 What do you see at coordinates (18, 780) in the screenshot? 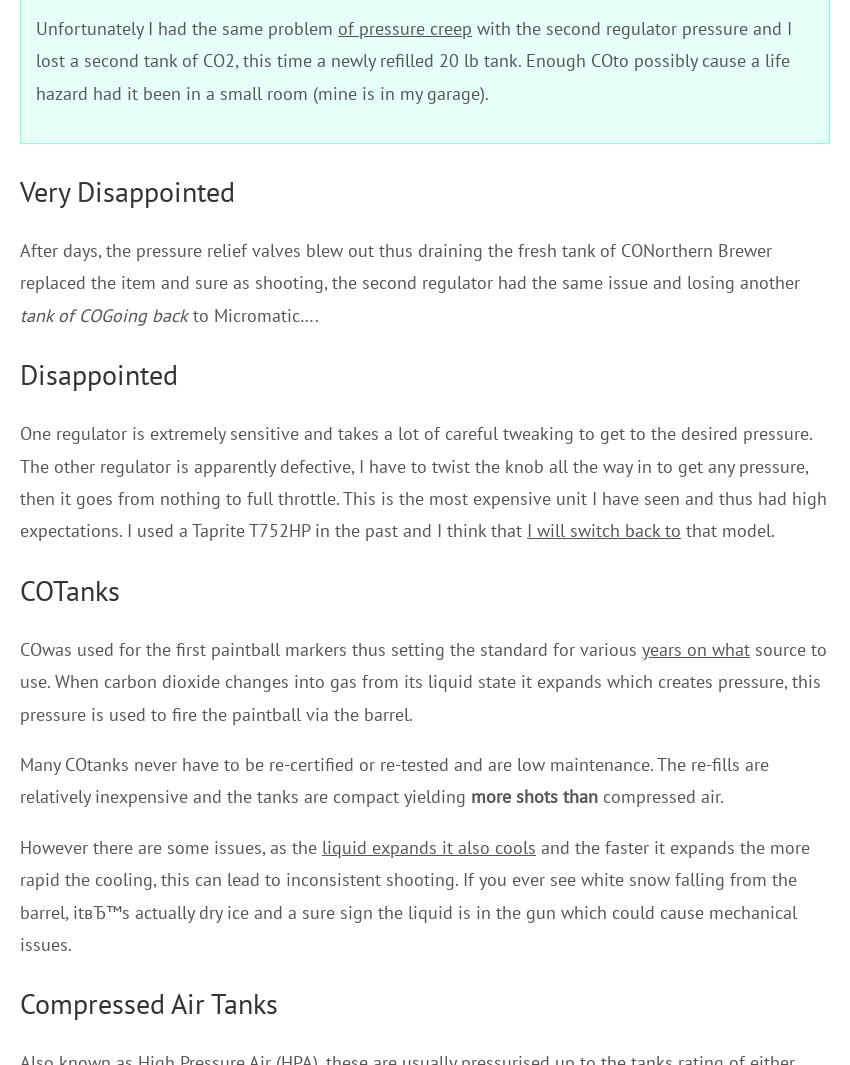
I see `'Many COtanks never have to be re-certified or re-tested and are low maintenance. The re-fills are relatively inexpensive and the tanks are compact yielding'` at bounding box center [18, 780].